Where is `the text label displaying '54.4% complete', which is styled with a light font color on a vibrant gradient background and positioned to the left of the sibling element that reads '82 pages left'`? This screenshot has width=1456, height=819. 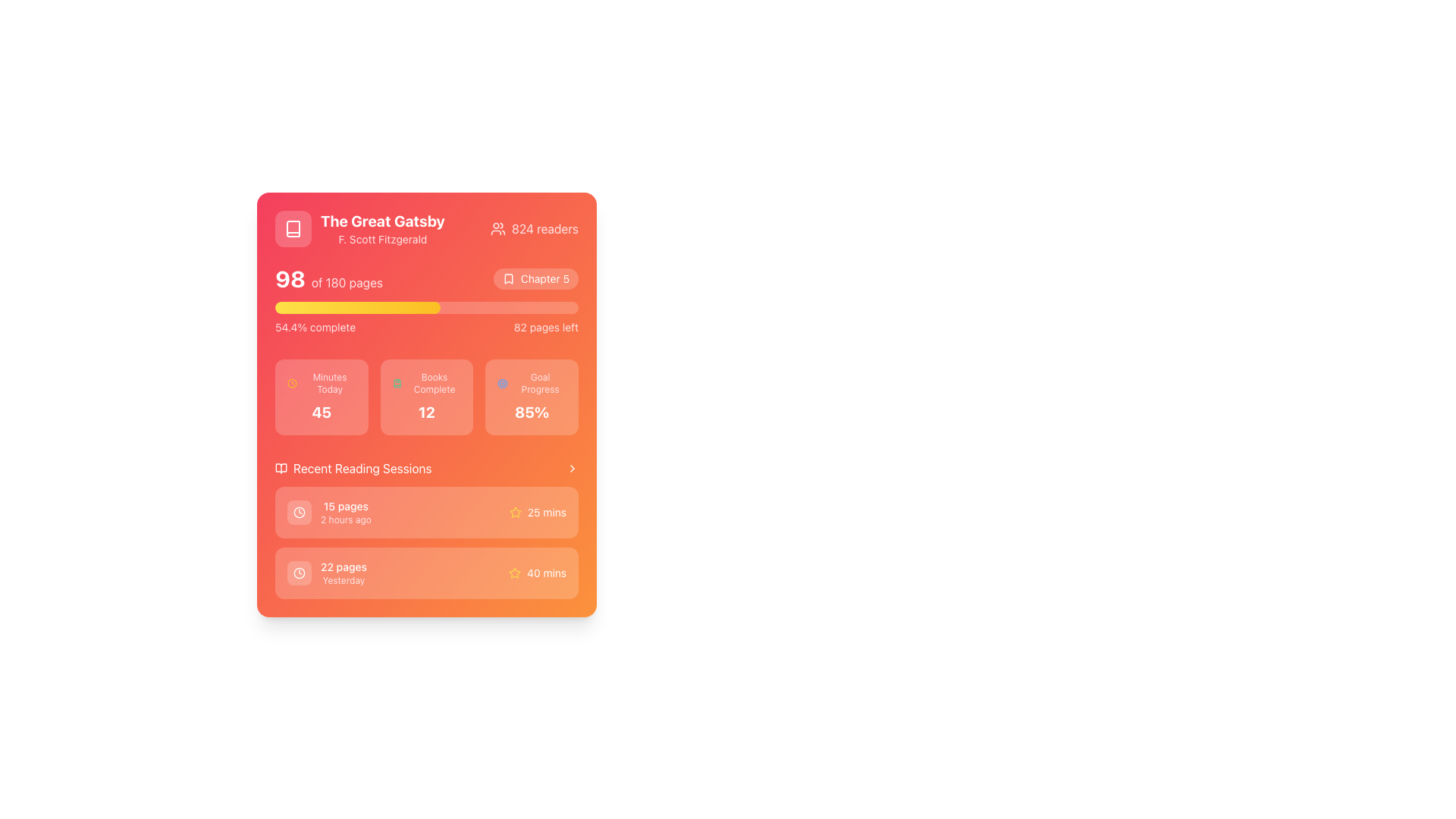
the text label displaying '54.4% complete', which is styled with a light font color on a vibrant gradient background and positioned to the left of the sibling element that reads '82 pages left' is located at coordinates (315, 327).